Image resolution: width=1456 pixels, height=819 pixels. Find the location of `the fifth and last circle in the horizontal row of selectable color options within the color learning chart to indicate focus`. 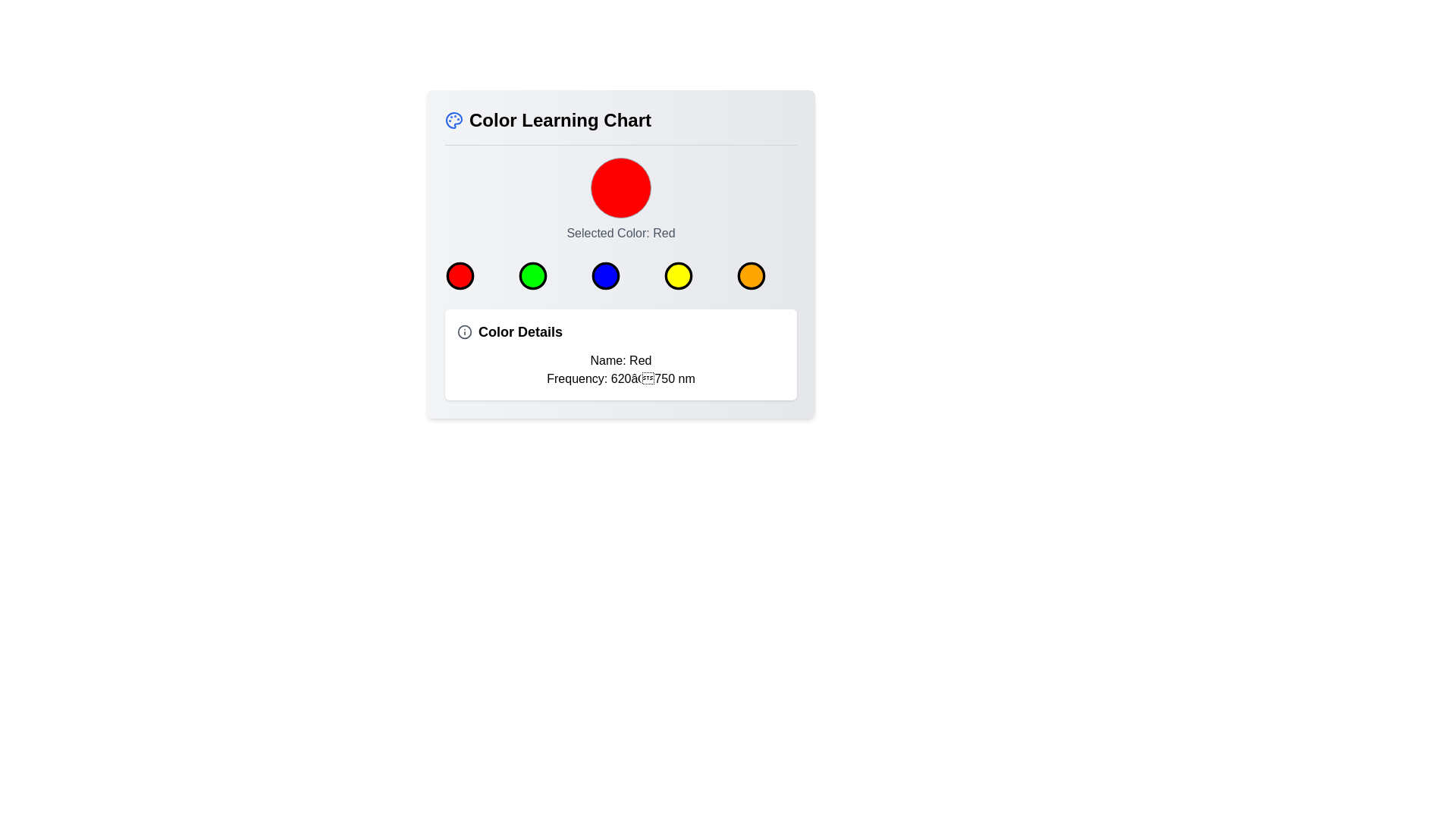

the fifth and last circle in the horizontal row of selectable color options within the color learning chart to indicate focus is located at coordinates (751, 275).